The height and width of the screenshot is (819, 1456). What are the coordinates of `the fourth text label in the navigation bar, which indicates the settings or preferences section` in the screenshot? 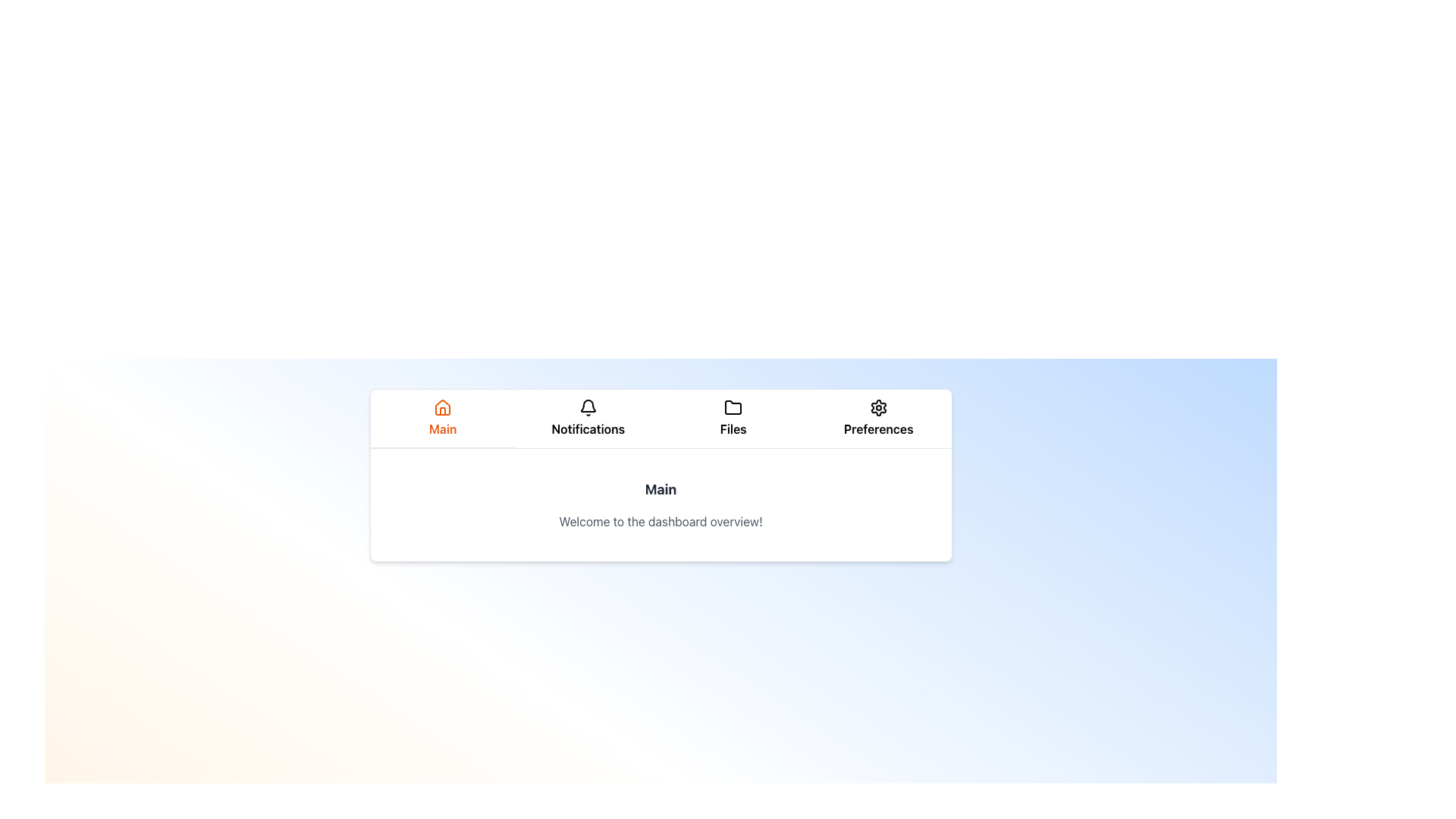 It's located at (878, 429).